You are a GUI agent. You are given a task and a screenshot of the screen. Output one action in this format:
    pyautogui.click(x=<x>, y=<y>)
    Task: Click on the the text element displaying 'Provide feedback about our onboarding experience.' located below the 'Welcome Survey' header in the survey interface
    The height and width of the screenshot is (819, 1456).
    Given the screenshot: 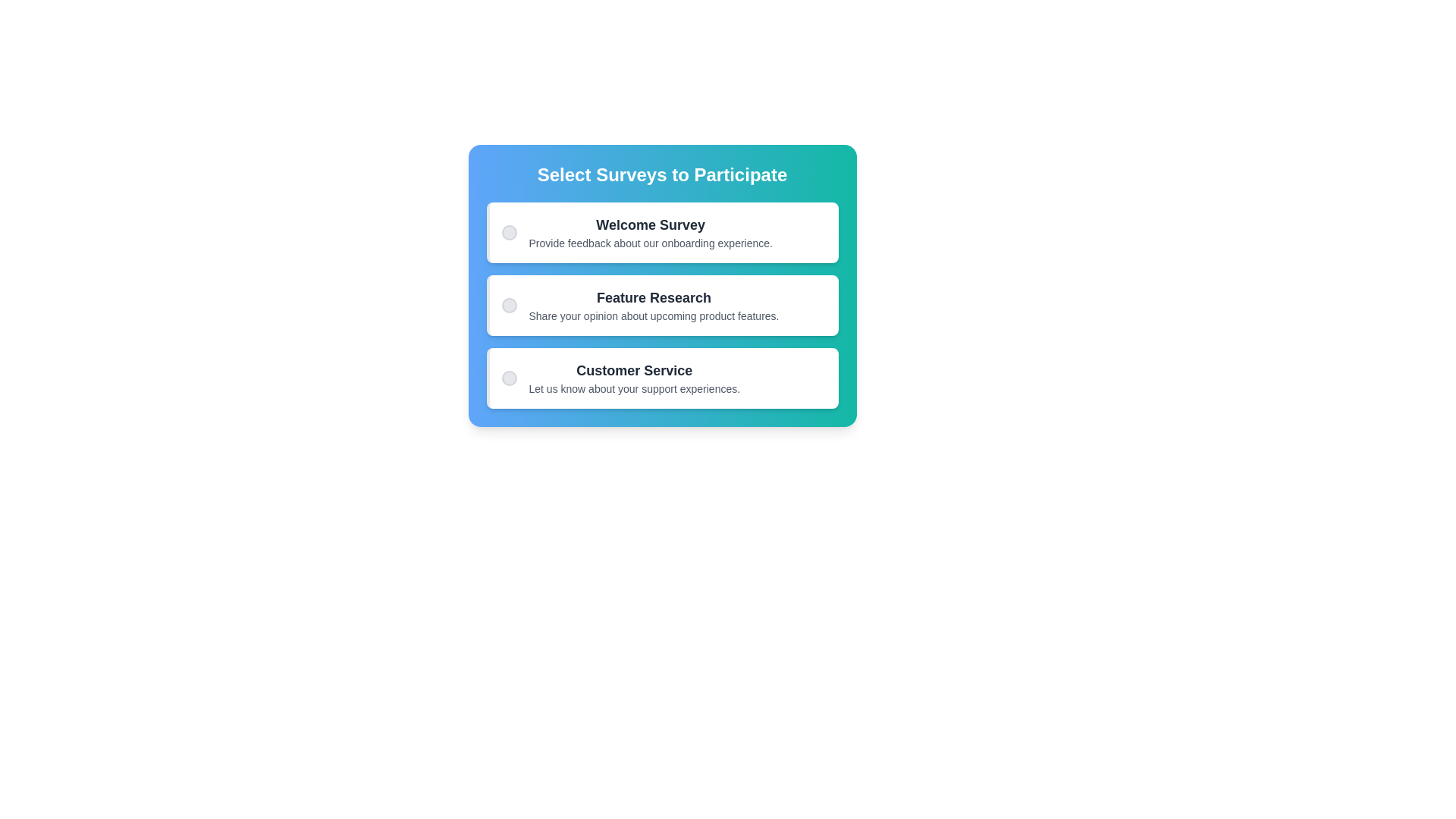 What is the action you would take?
    pyautogui.click(x=651, y=242)
    